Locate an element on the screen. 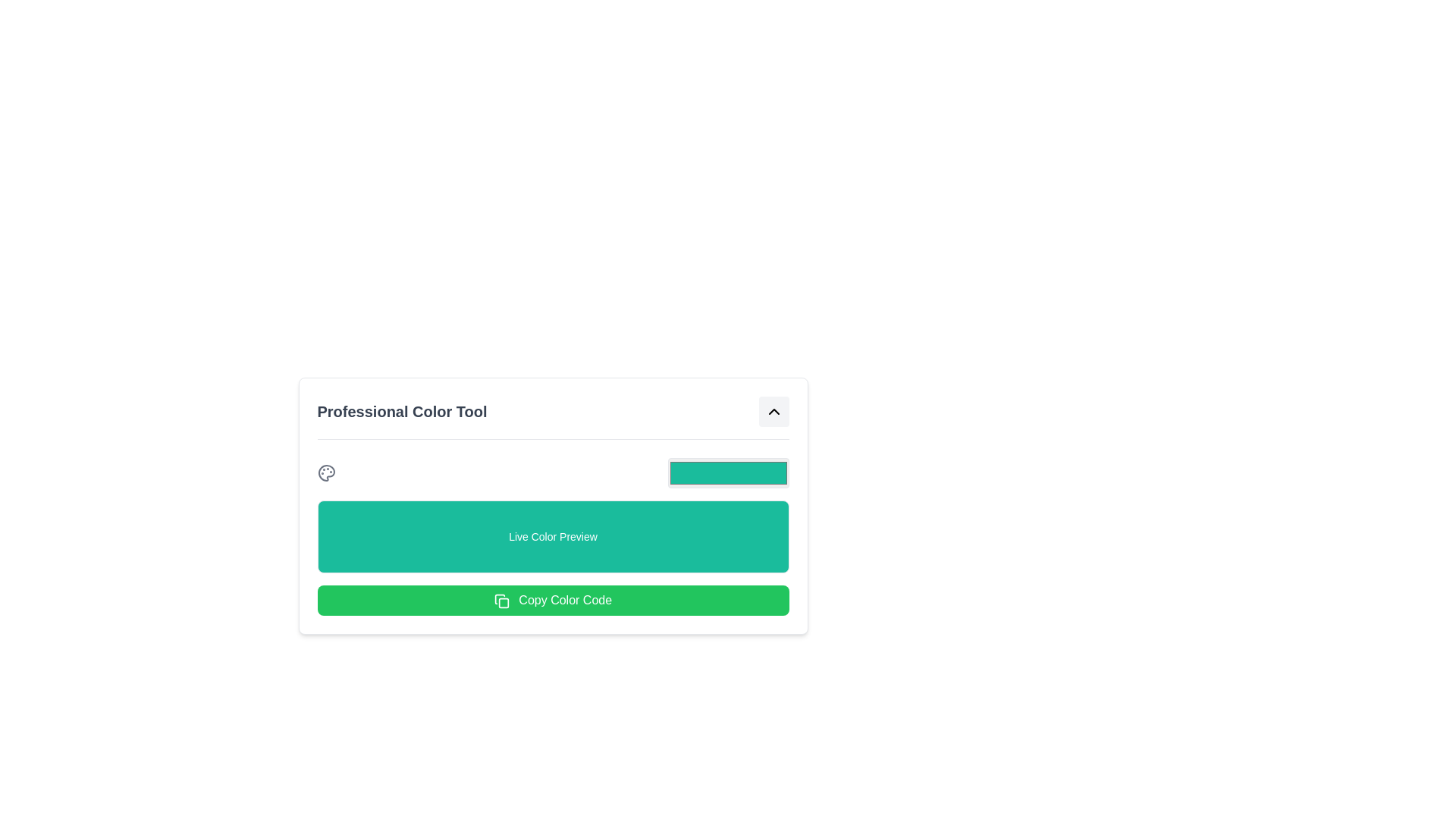 This screenshot has height=819, width=1456. the non-interactive label with the vibrant aqua-green background and white text reading 'Live Color Preview.' is located at coordinates (552, 536).